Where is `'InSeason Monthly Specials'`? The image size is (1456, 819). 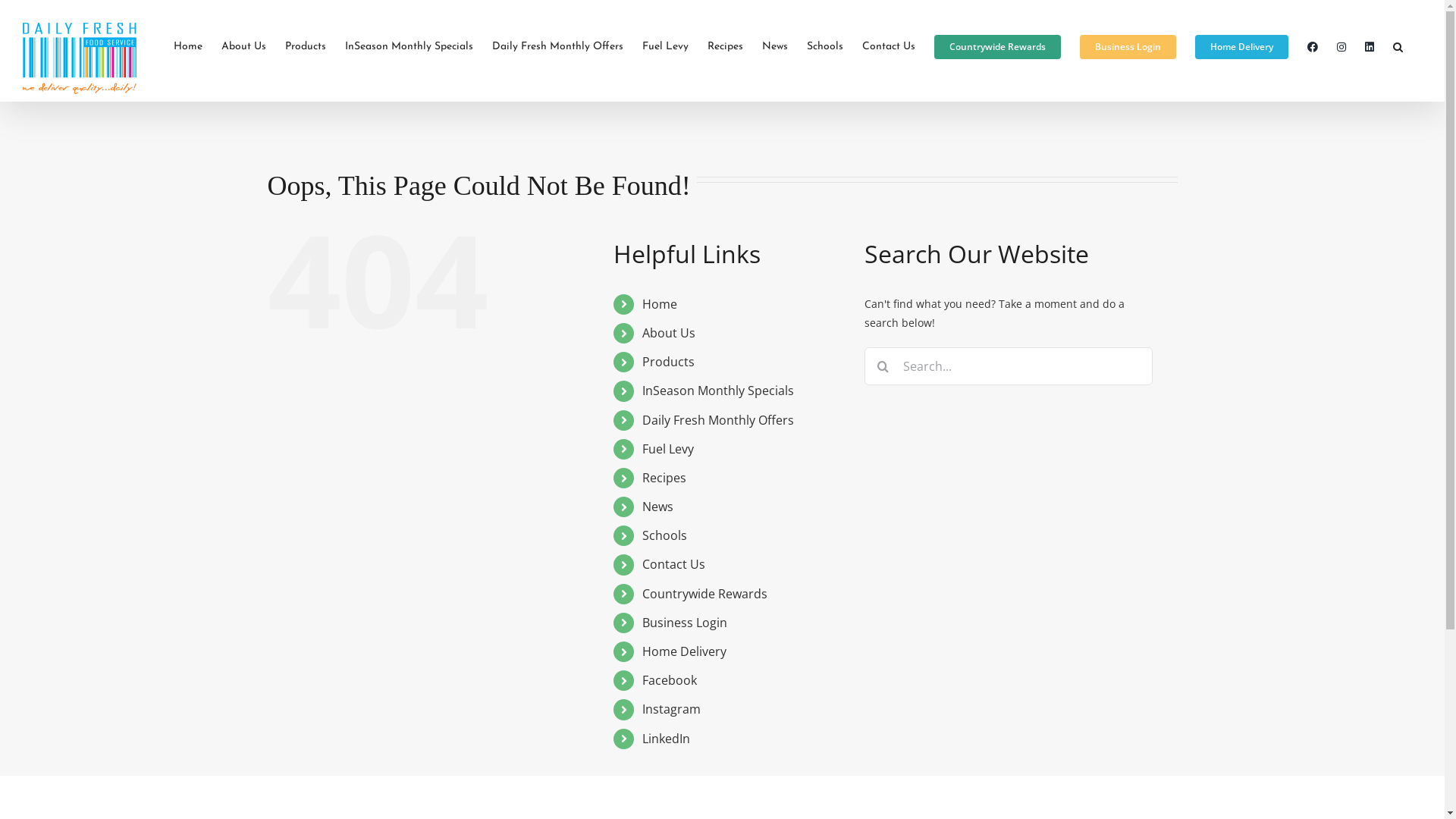
'InSeason Monthly Specials' is located at coordinates (717, 390).